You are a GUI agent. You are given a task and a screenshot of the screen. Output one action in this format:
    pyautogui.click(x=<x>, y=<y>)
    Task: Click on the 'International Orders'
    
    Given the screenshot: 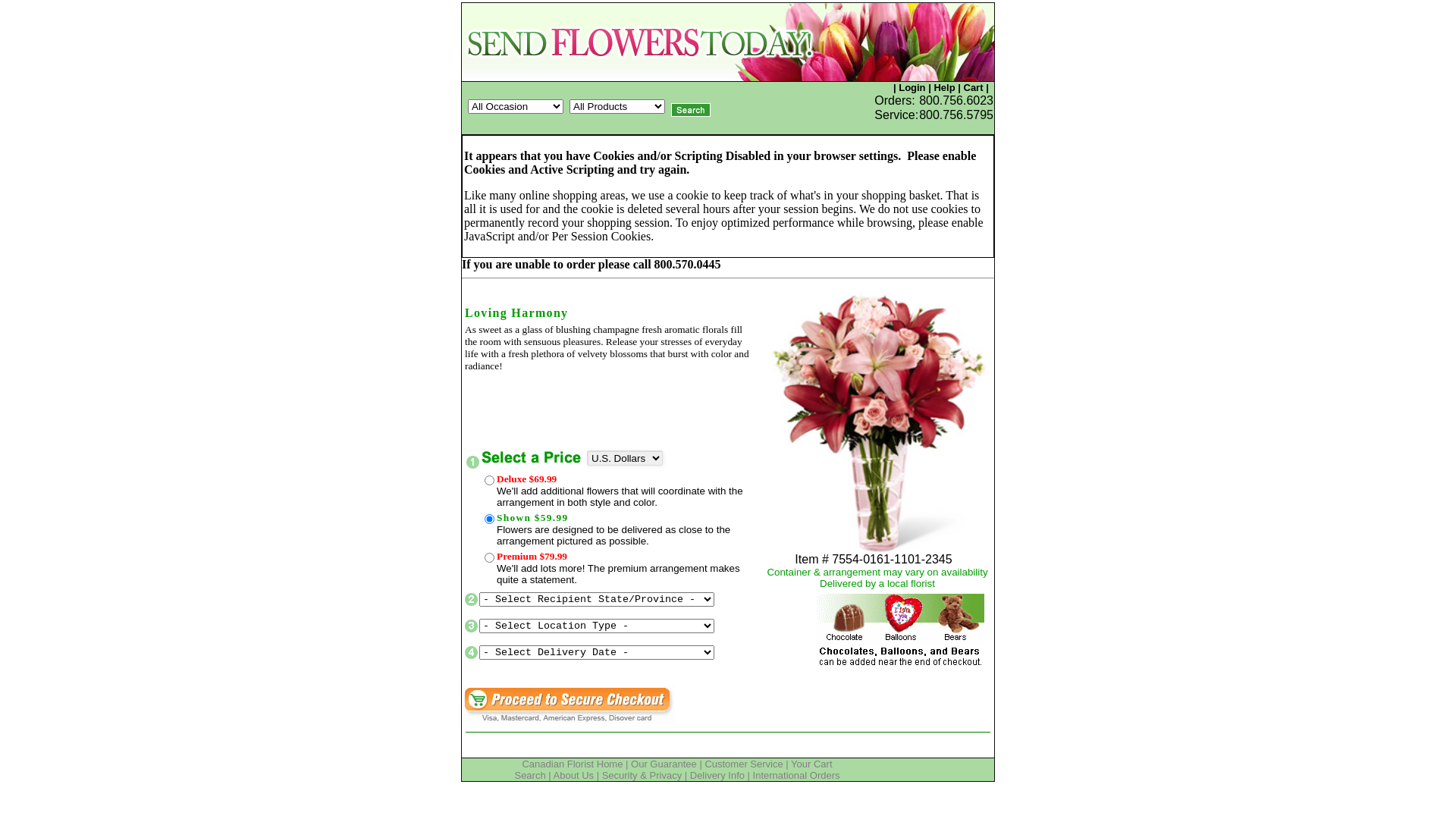 What is the action you would take?
    pyautogui.click(x=795, y=775)
    